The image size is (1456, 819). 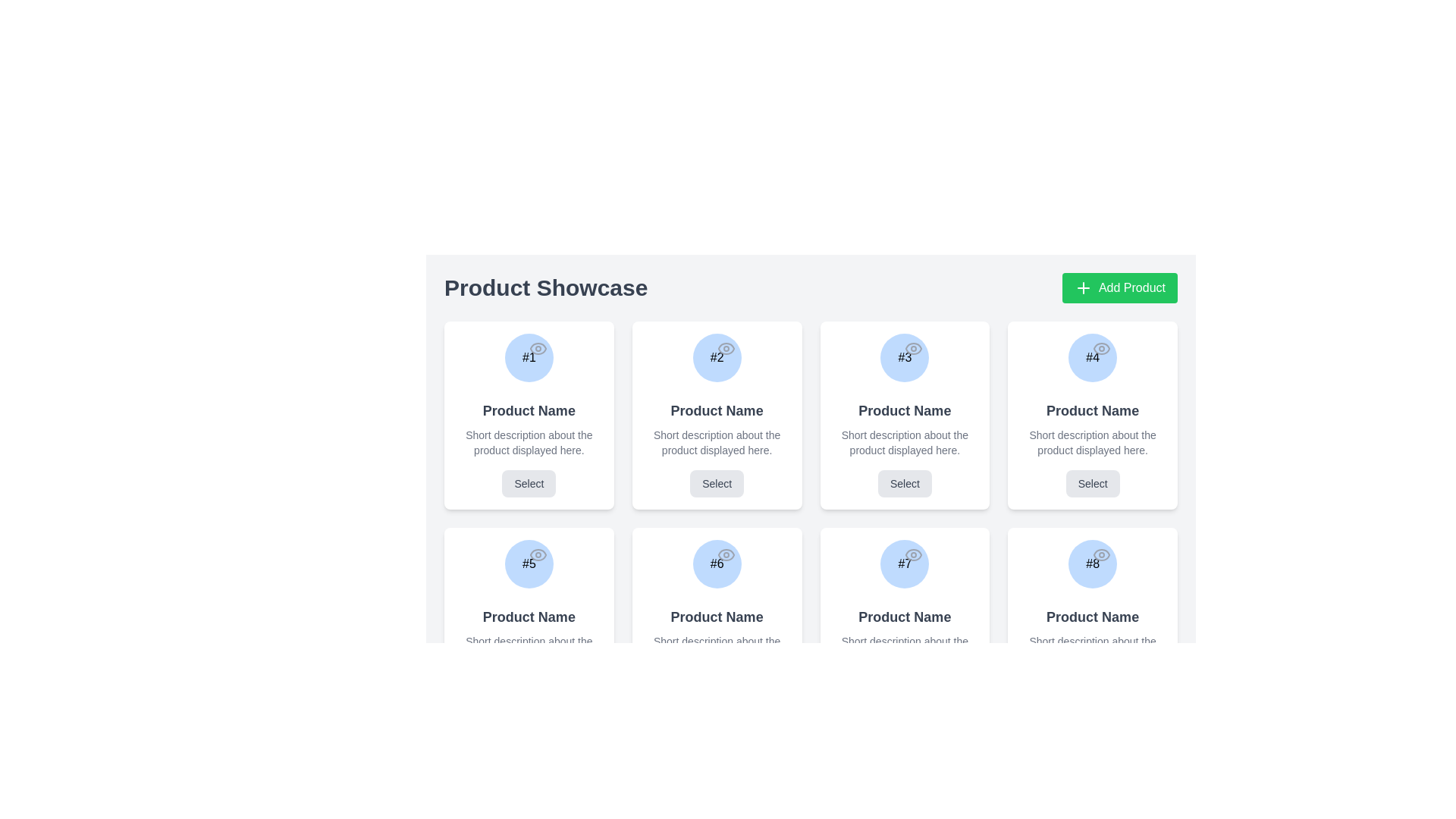 I want to click on the label that identifies the product as number 7, located at the top of the product information card, so click(x=905, y=564).